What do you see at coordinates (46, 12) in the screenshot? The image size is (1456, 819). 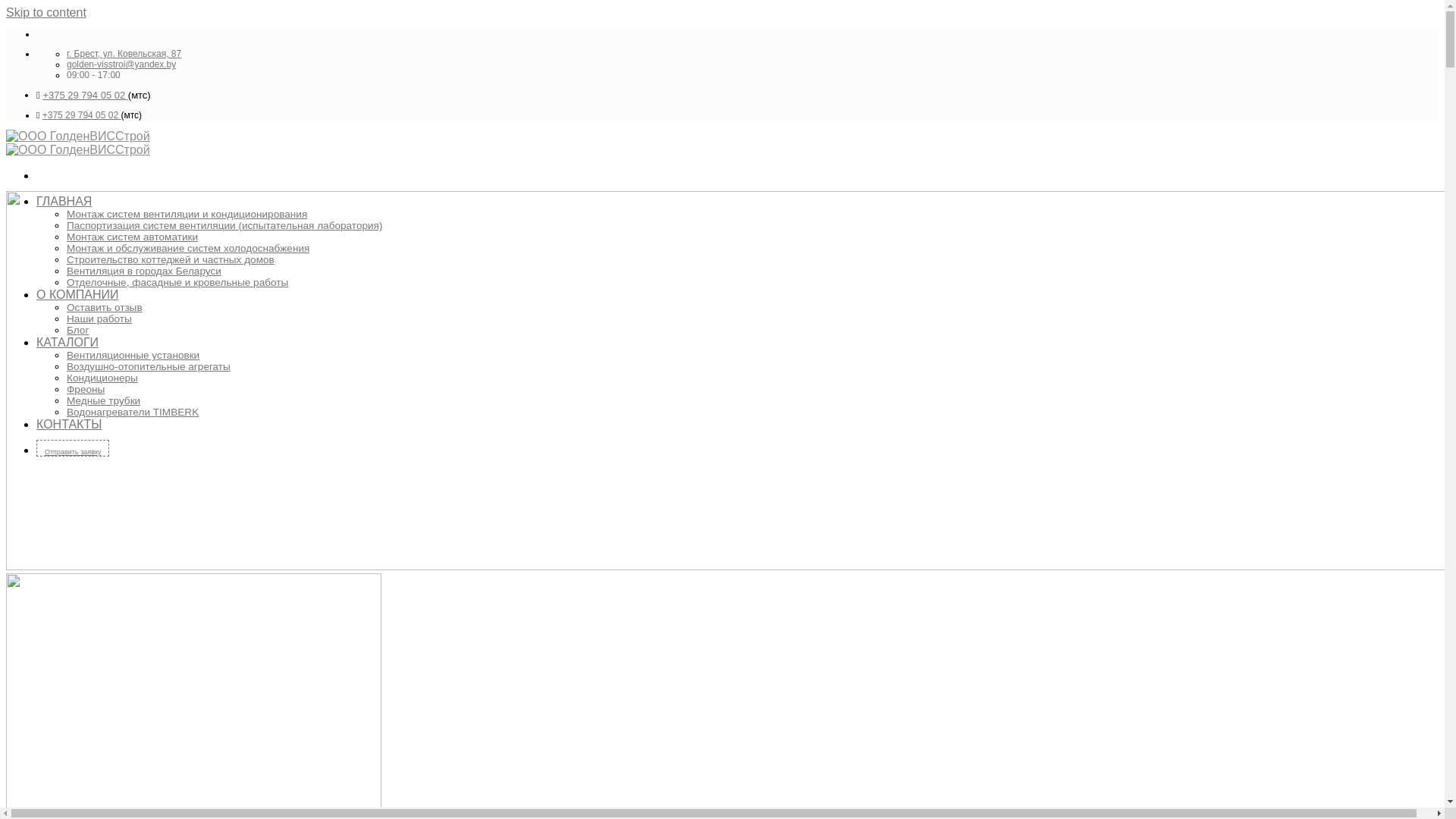 I see `'Skip to content'` at bounding box center [46, 12].